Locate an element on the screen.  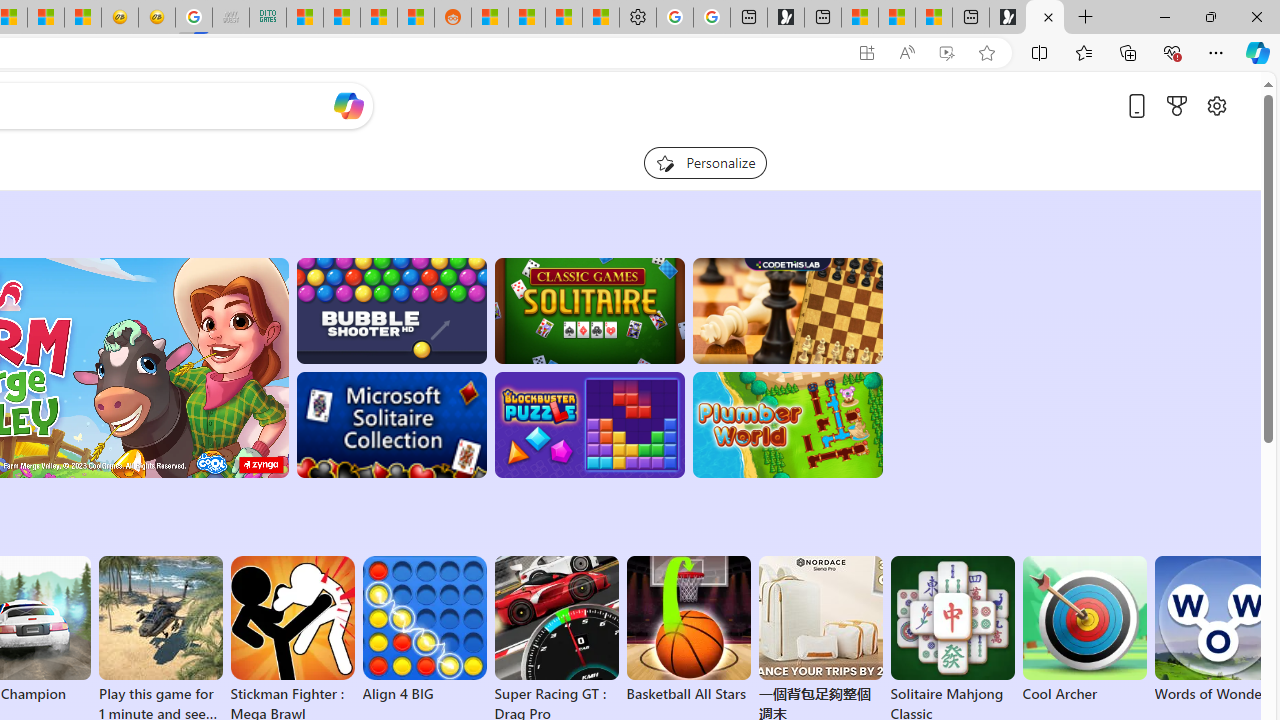
'Cool Archer' is located at coordinates (1083, 630).